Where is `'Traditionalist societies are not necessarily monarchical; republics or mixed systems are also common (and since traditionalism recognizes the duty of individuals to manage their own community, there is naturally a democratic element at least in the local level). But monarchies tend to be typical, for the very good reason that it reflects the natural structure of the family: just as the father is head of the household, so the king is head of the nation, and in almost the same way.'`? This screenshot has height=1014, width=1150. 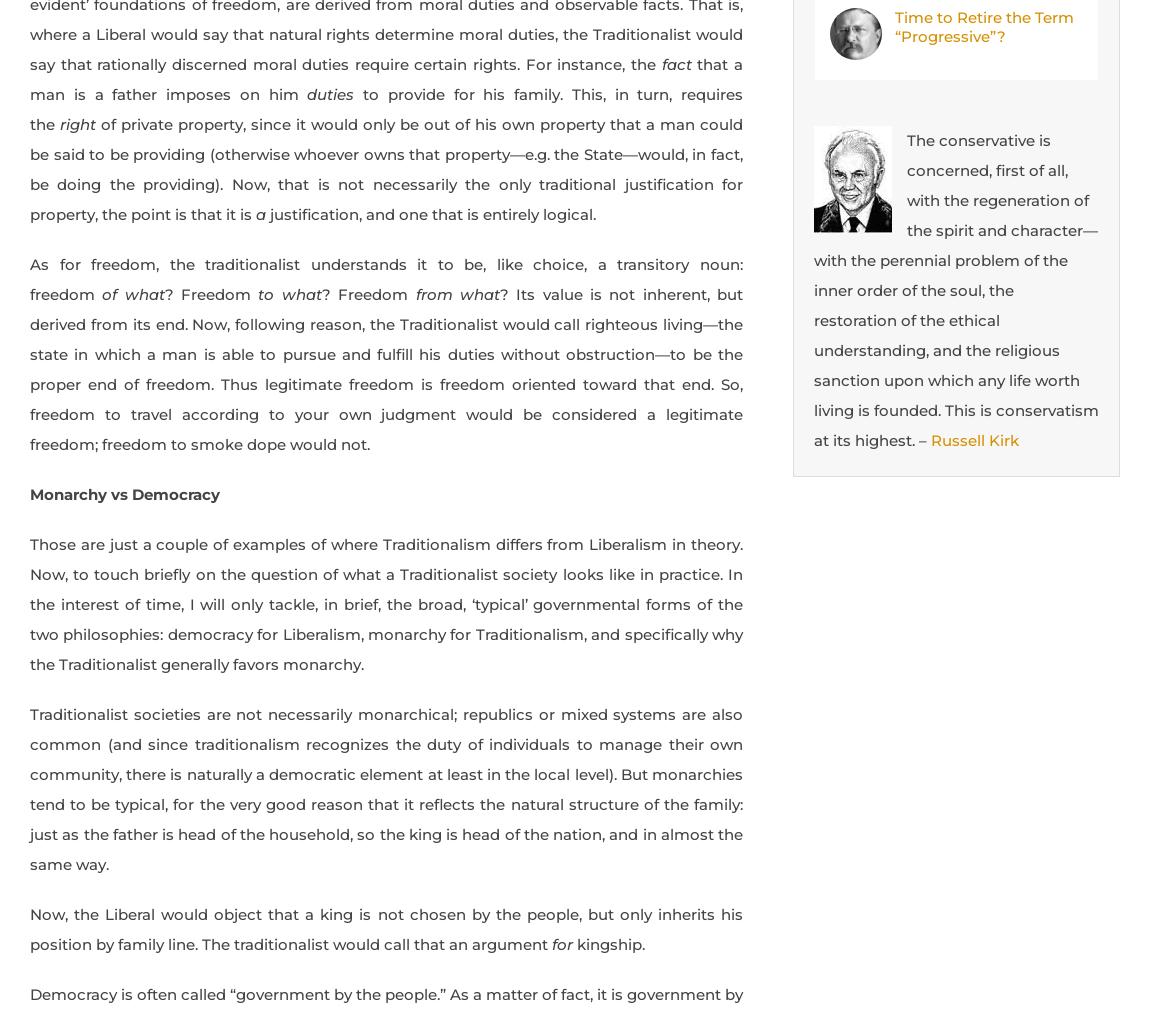
'Traditionalist societies are not necessarily monarchical; republics or mixed systems are also common (and since traditionalism recognizes the duty of individuals to manage their own community, there is naturally a democratic element at least in the local level). But monarchies tend to be typical, for the very good reason that it reflects the natural structure of the family: just as the father is head of the household, so the king is head of the nation, and in almost the same way.' is located at coordinates (386, 788).